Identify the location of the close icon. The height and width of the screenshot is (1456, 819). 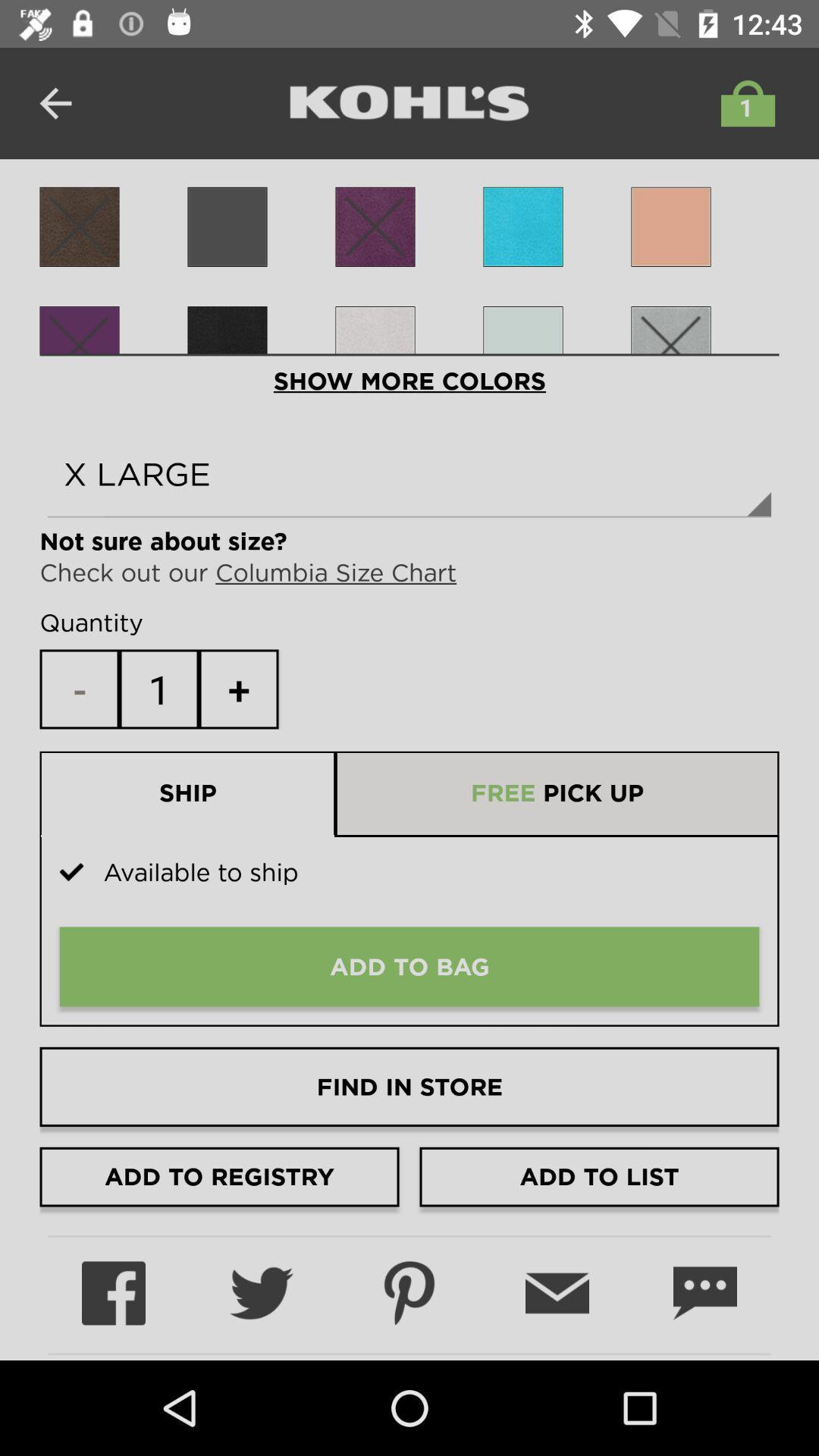
(79, 226).